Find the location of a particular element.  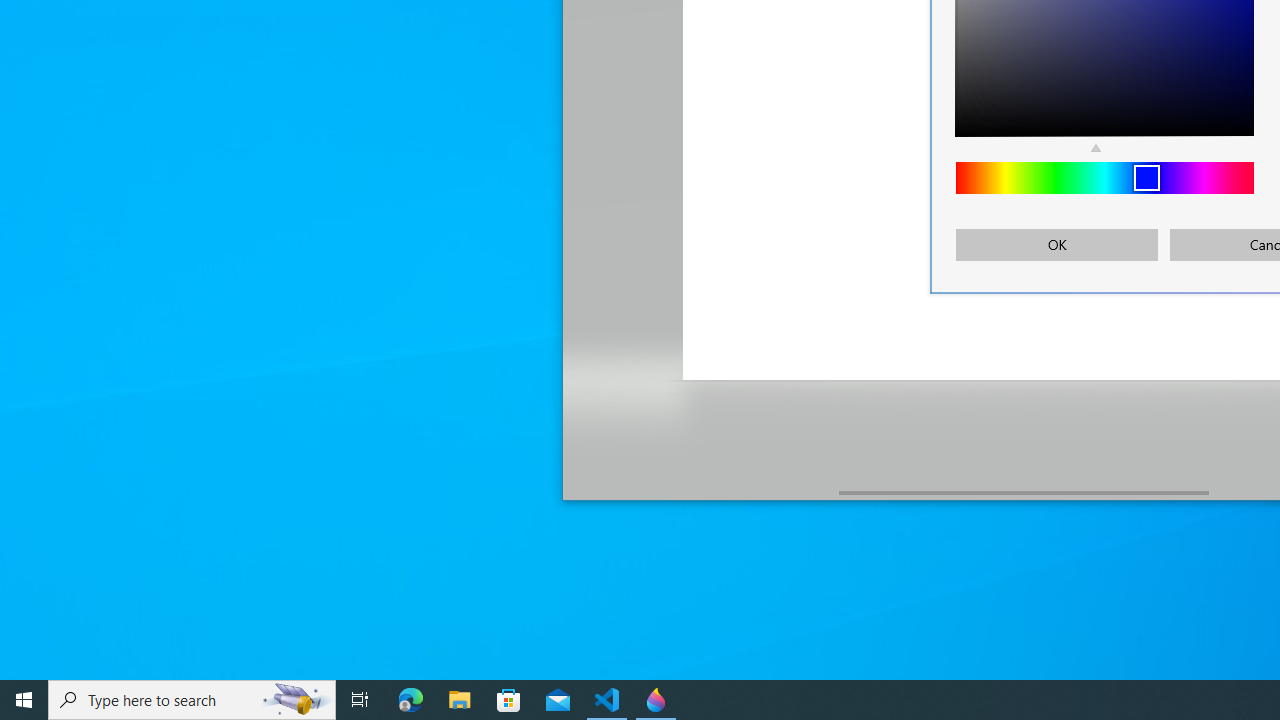

'Task View' is located at coordinates (359, 698).